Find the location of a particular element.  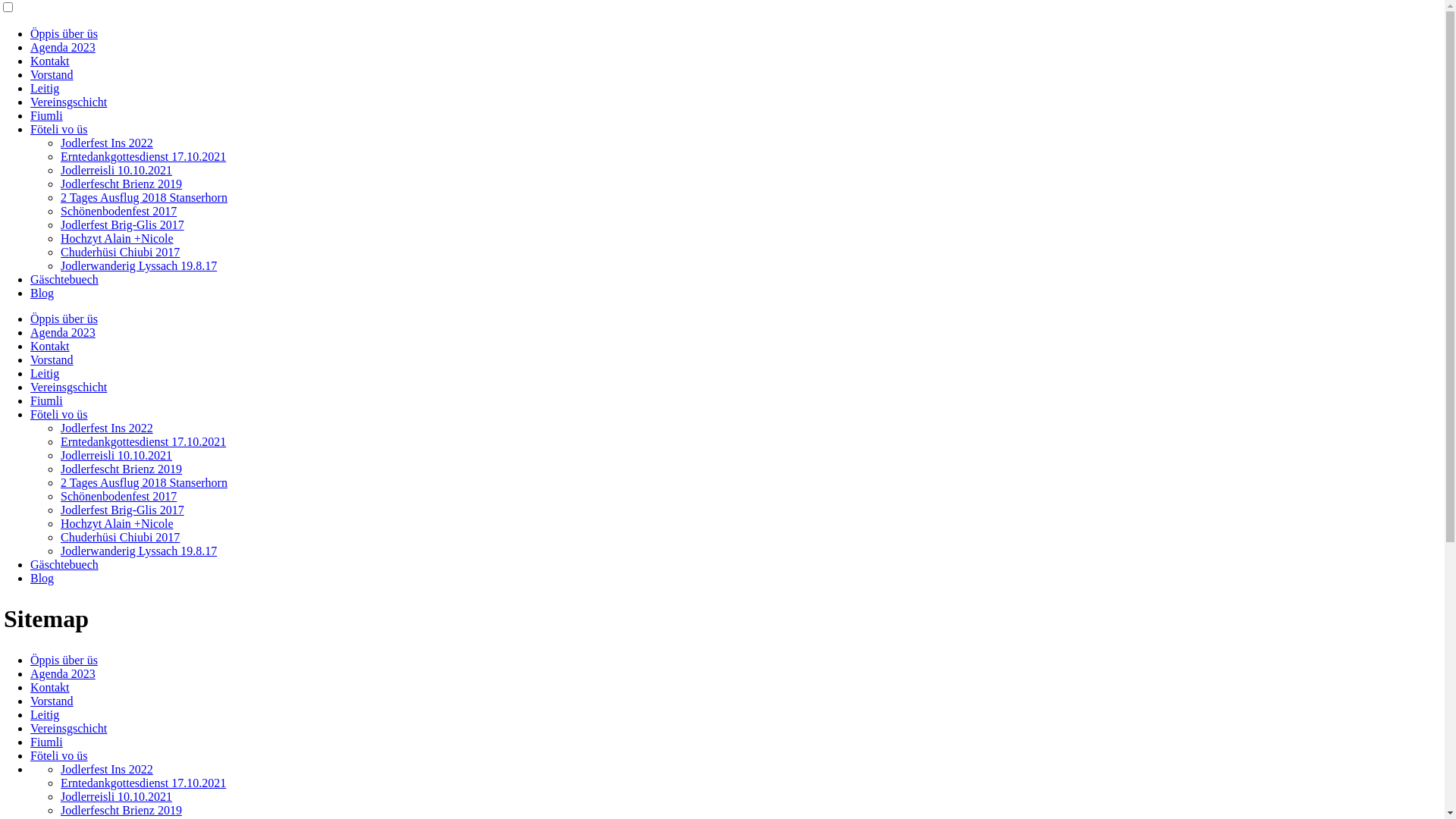

'Agenda 2023' is located at coordinates (61, 46).